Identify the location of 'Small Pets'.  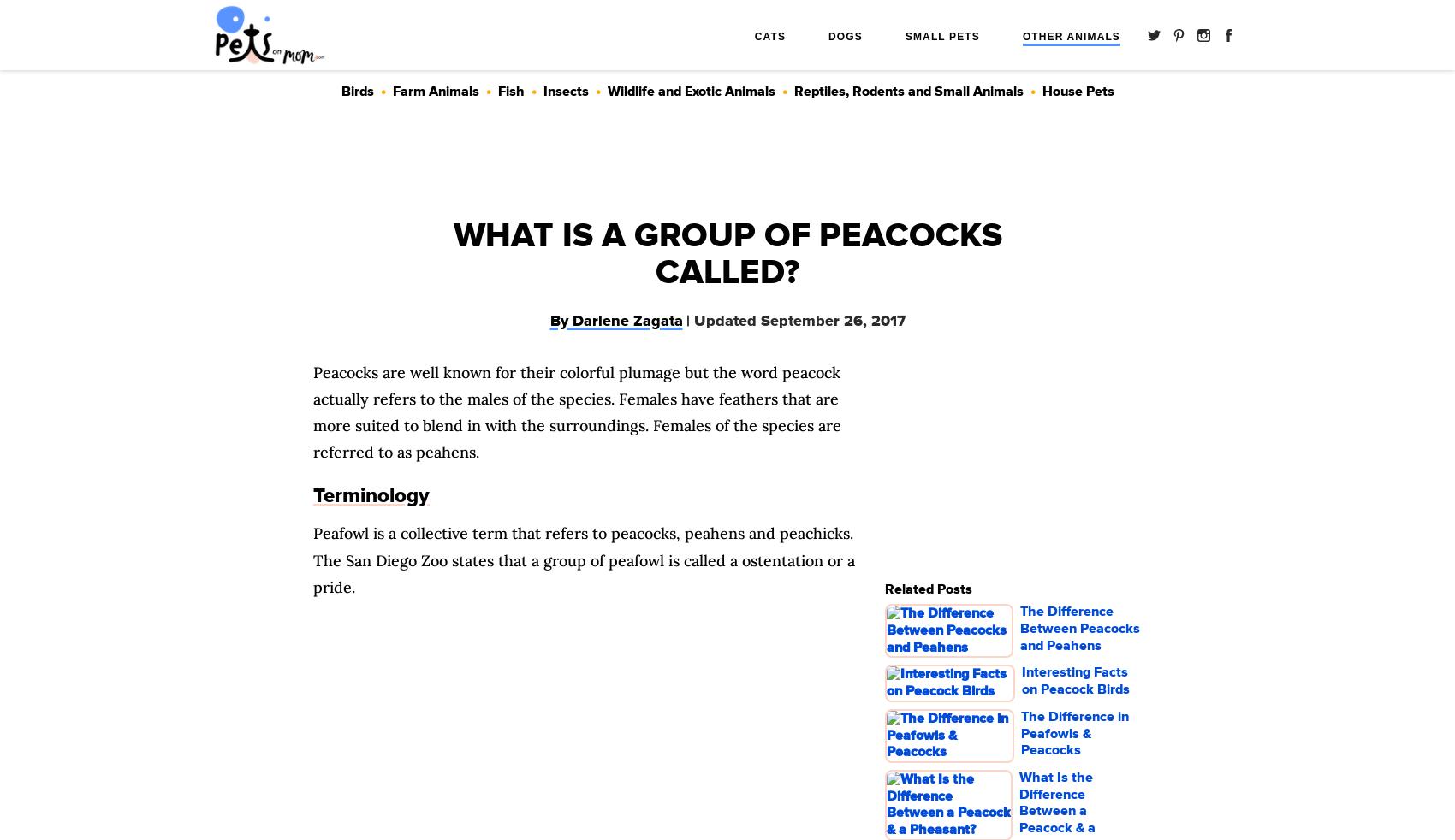
(941, 36).